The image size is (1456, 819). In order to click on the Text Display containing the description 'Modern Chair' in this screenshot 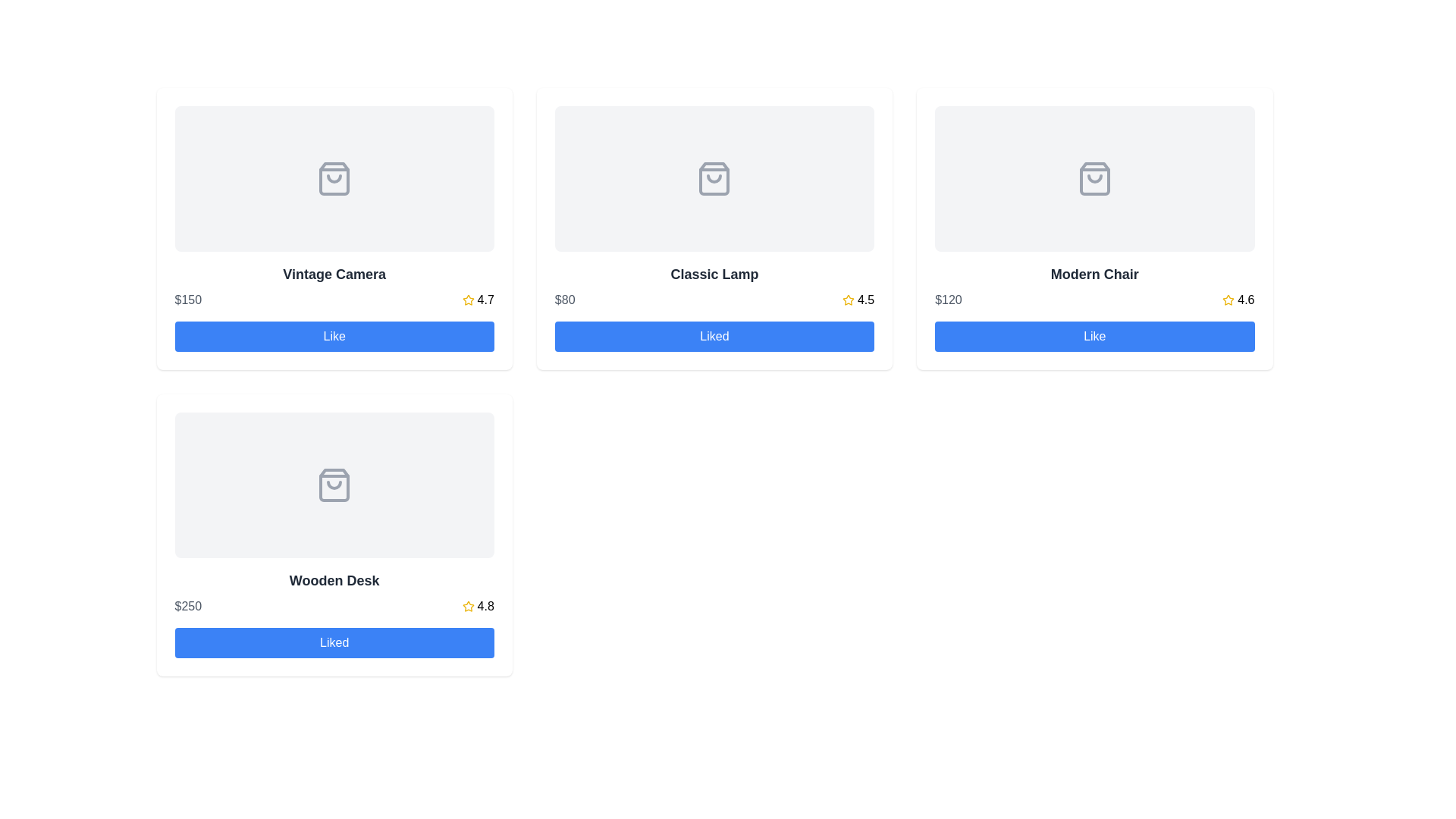, I will do `click(1094, 287)`.